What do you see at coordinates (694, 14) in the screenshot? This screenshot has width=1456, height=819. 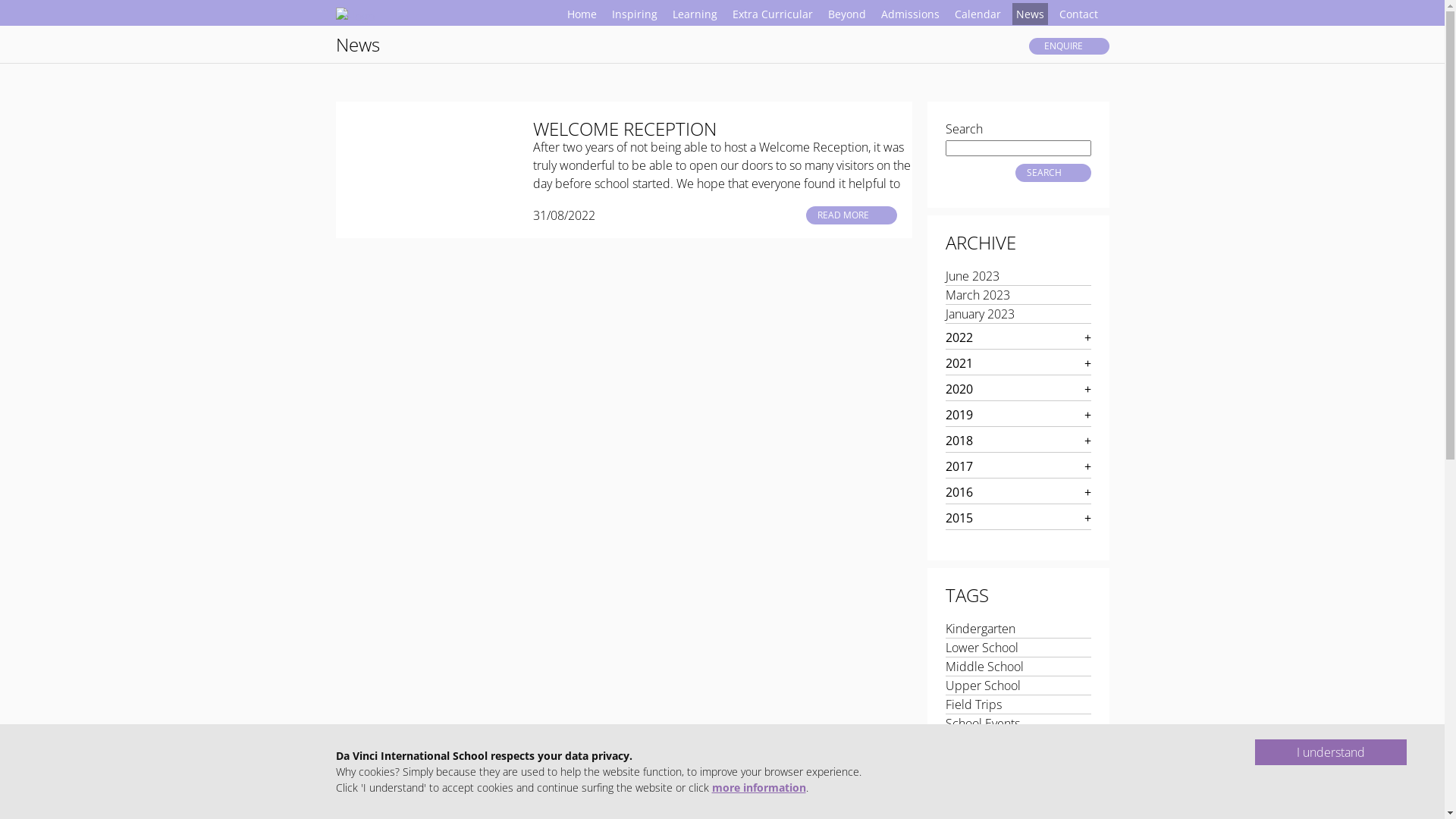 I see `'Learning'` at bounding box center [694, 14].